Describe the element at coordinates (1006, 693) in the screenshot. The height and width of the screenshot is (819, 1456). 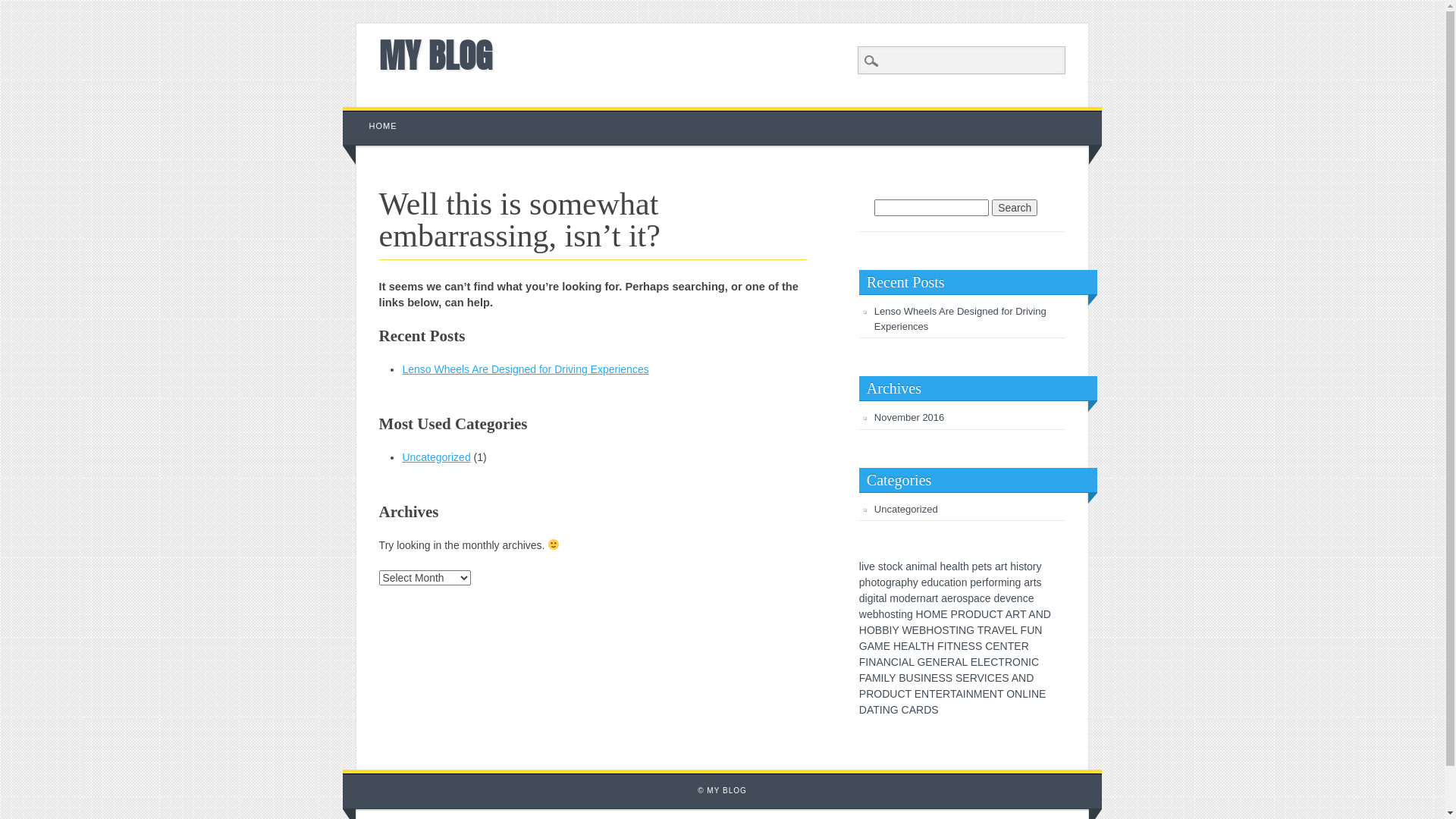
I see `'O'` at that location.